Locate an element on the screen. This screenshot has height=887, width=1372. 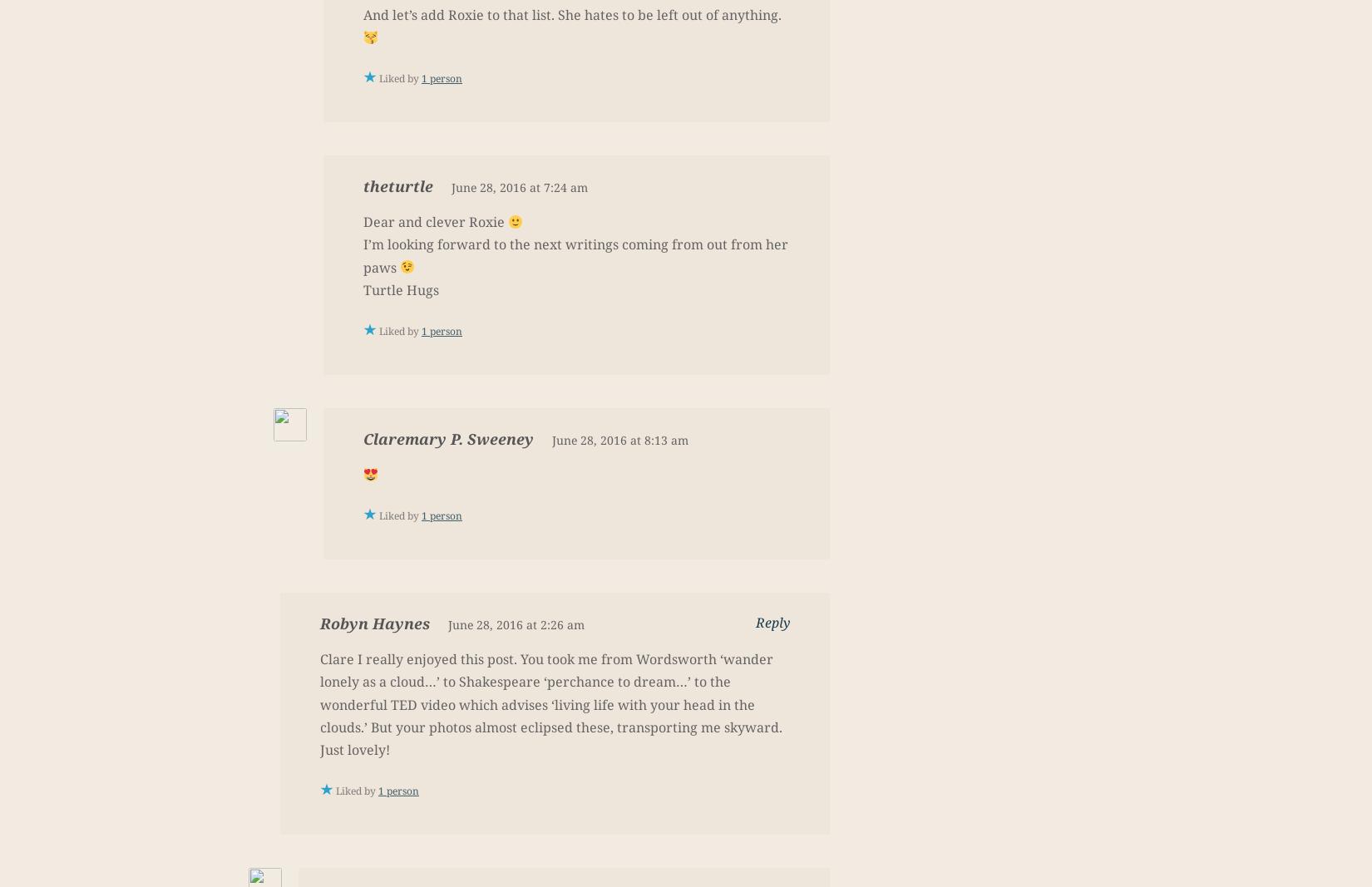
'June 28, 2016 at 7:24 am' is located at coordinates (519, 187).